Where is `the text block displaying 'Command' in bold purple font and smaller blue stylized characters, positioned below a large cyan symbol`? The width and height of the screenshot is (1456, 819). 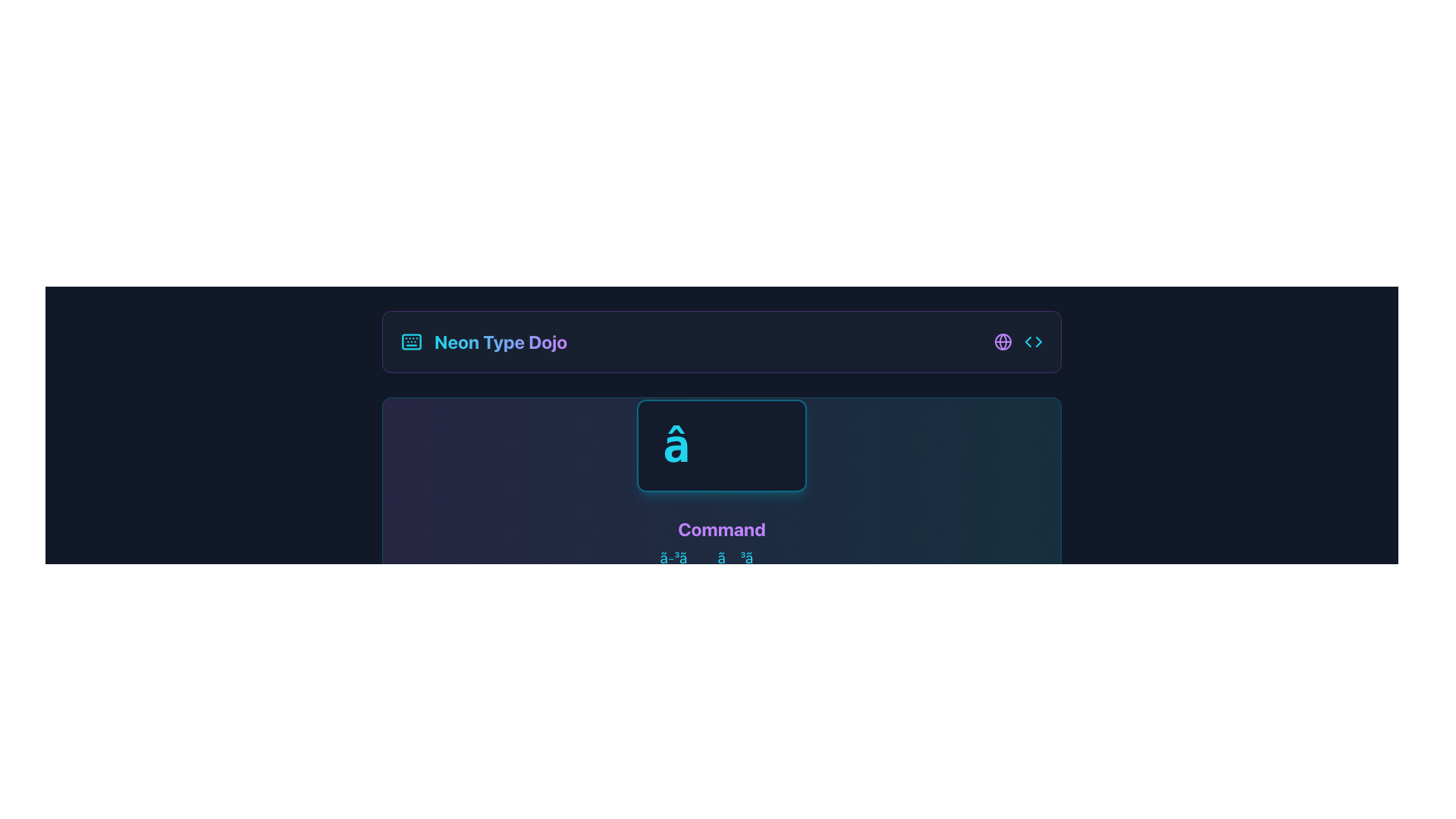 the text block displaying 'Command' in bold purple font and smaller blue stylized characters, positioned below a large cyan symbol is located at coordinates (720, 494).